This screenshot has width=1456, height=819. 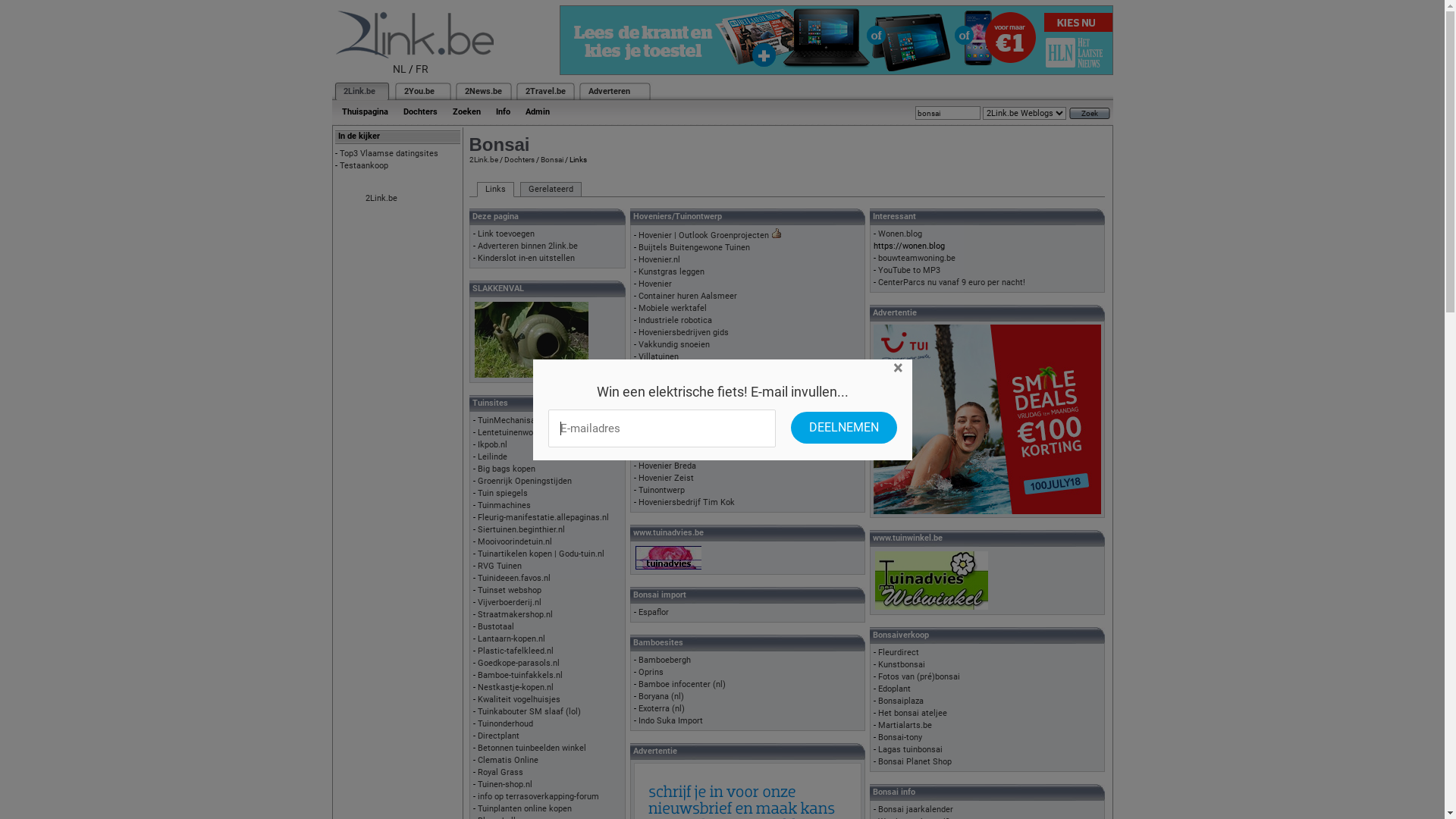 What do you see at coordinates (358, 91) in the screenshot?
I see `'2Link.be'` at bounding box center [358, 91].